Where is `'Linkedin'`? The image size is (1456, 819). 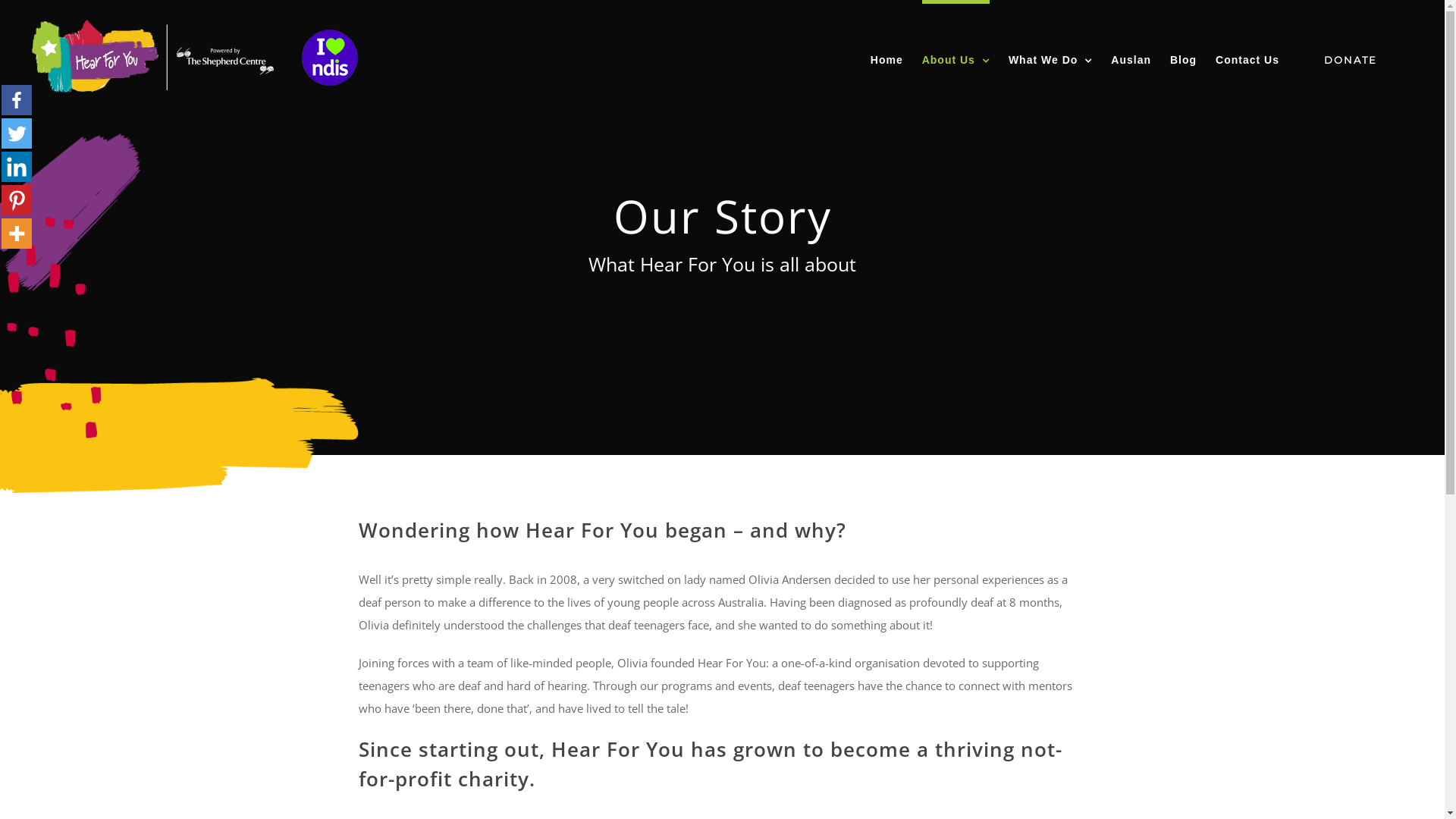
'Linkedin' is located at coordinates (17, 166).